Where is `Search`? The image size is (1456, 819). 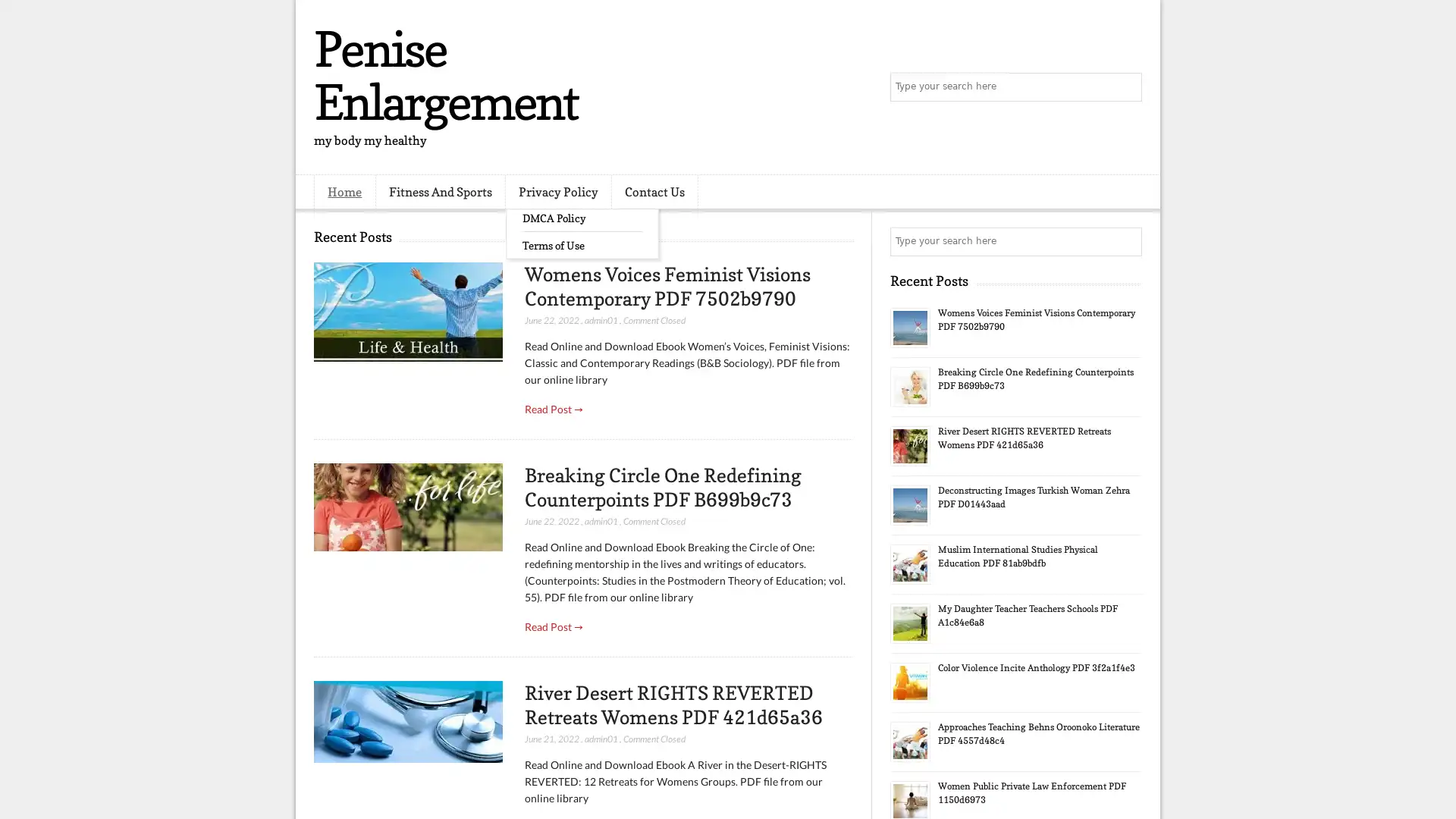
Search is located at coordinates (1126, 87).